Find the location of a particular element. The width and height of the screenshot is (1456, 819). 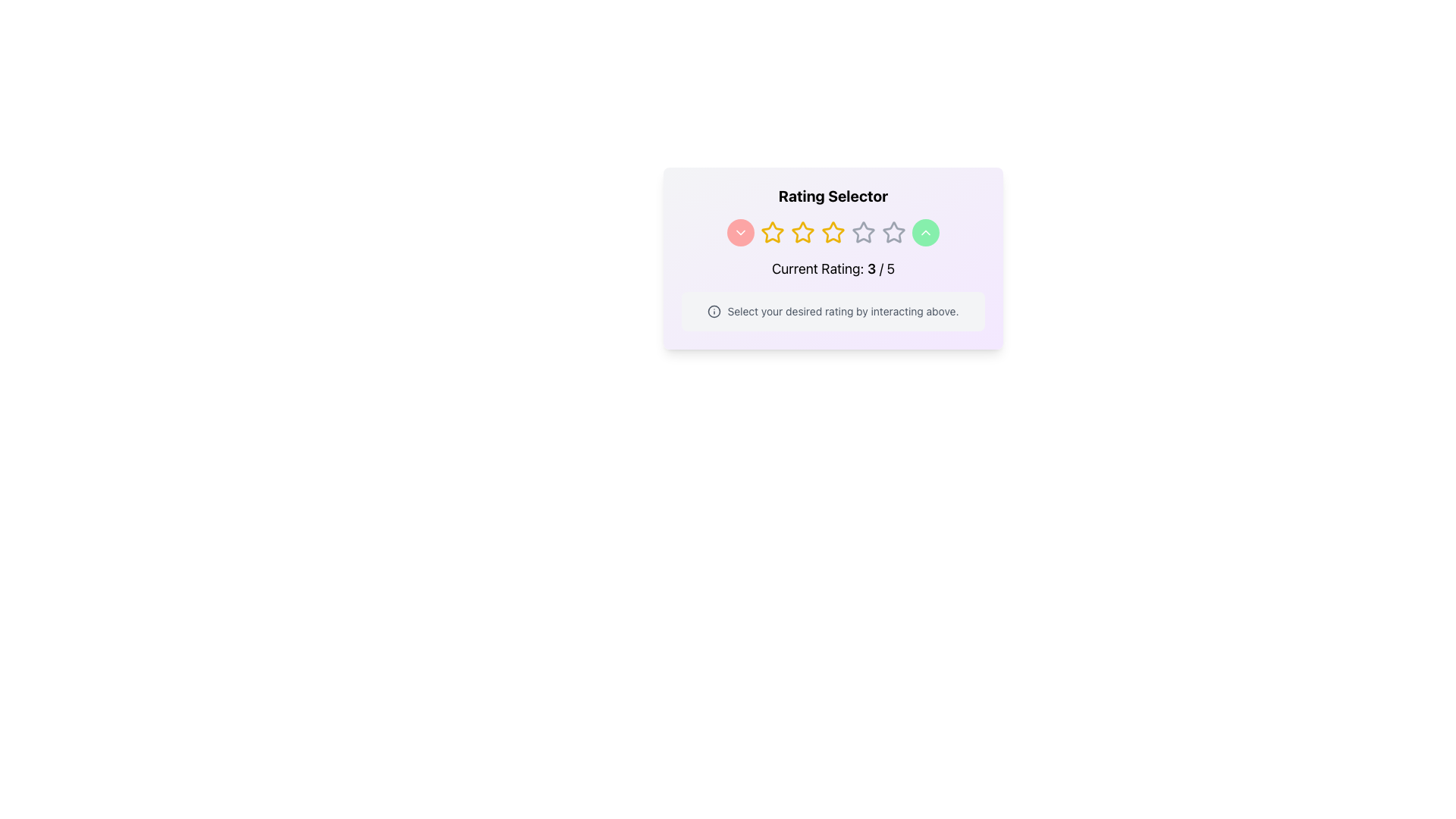

the third star icon in the 5-star rating selector is located at coordinates (832, 231).